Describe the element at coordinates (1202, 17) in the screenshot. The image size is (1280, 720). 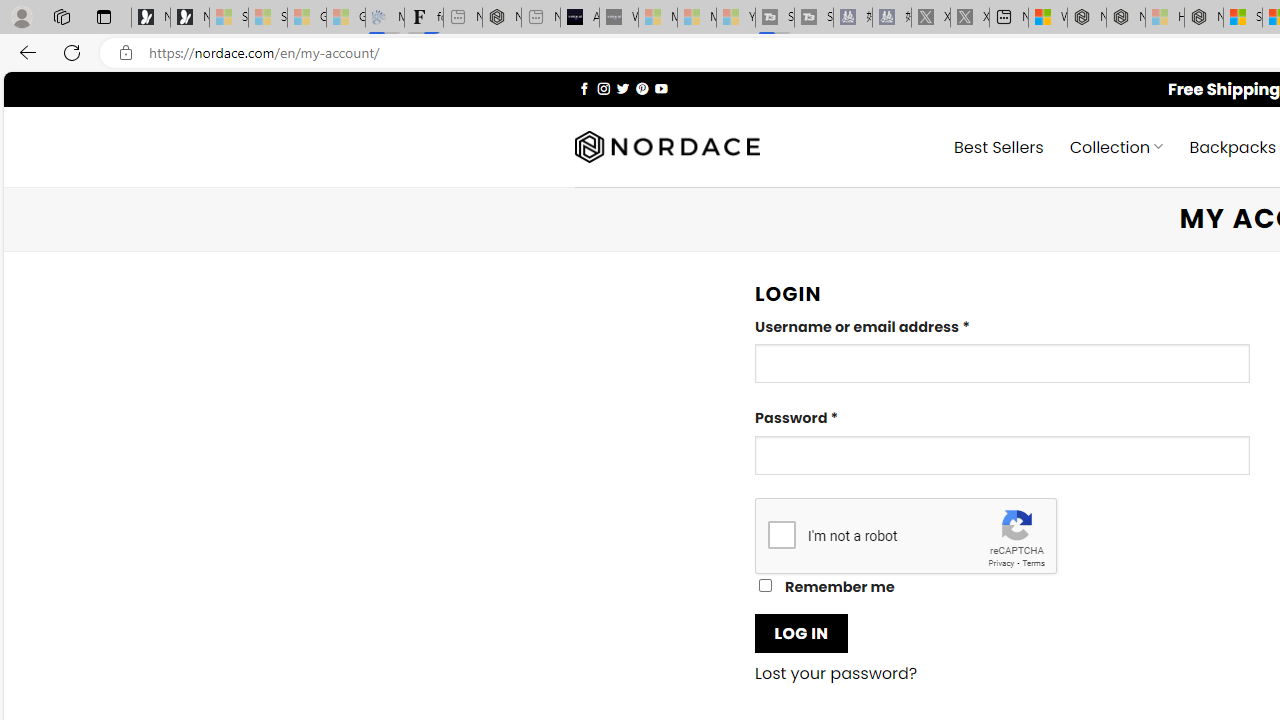
I see `'Nordace - Nordace Siena Is Not An Ordinary Backpack'` at that location.